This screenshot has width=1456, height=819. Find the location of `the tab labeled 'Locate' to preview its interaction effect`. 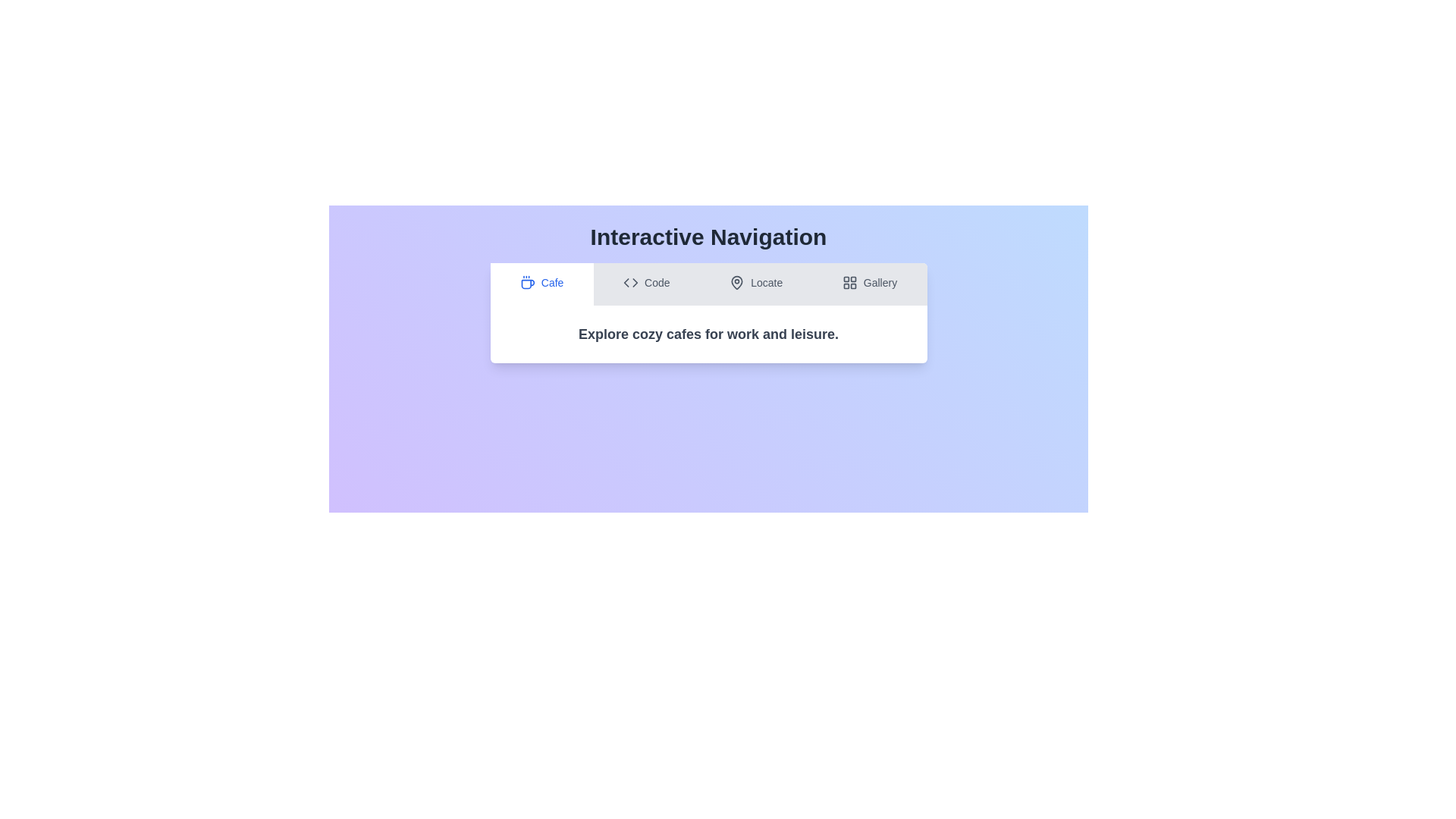

the tab labeled 'Locate' to preview its interaction effect is located at coordinates (756, 284).